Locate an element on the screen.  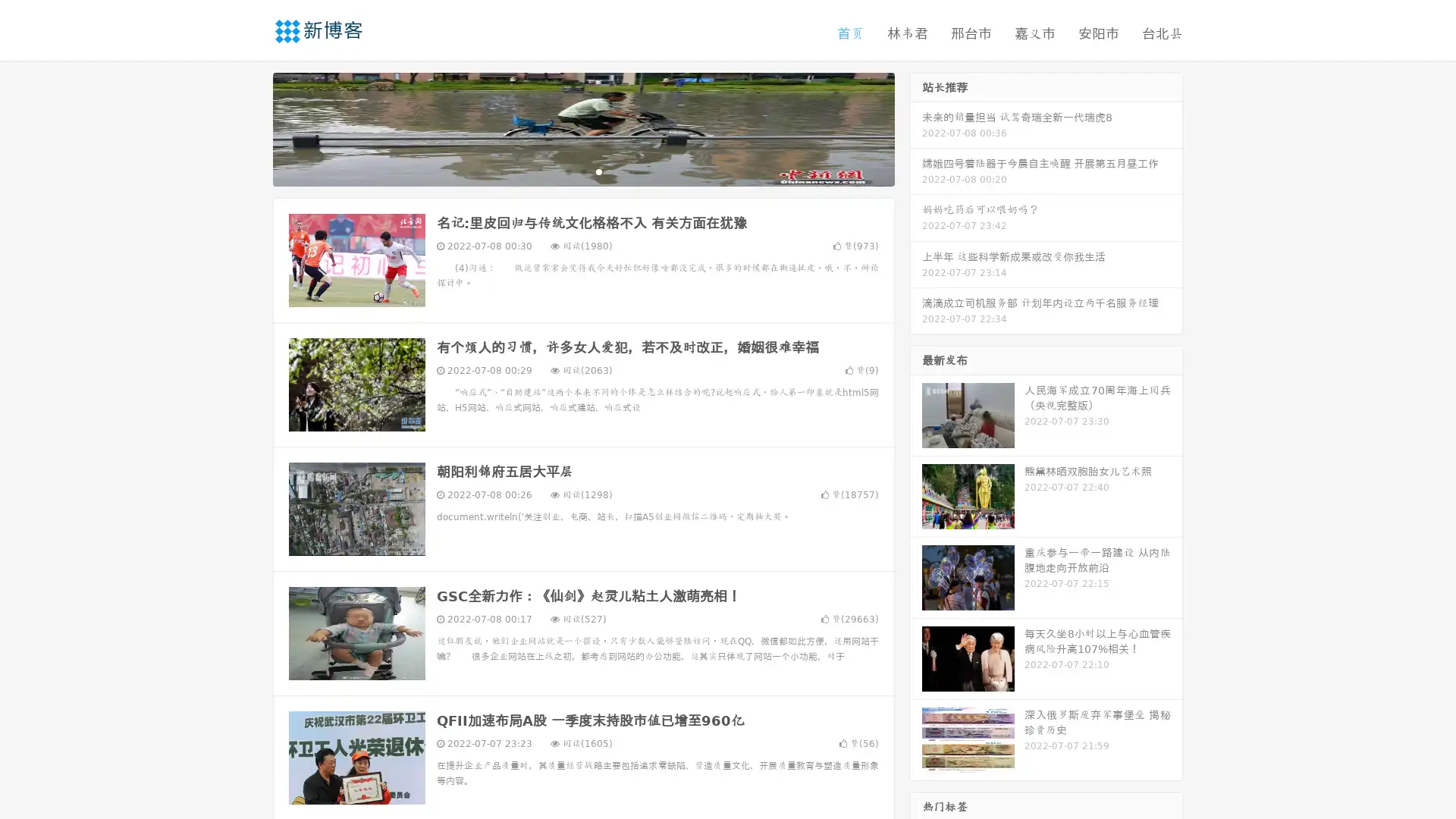
Go to slide 2 is located at coordinates (582, 171).